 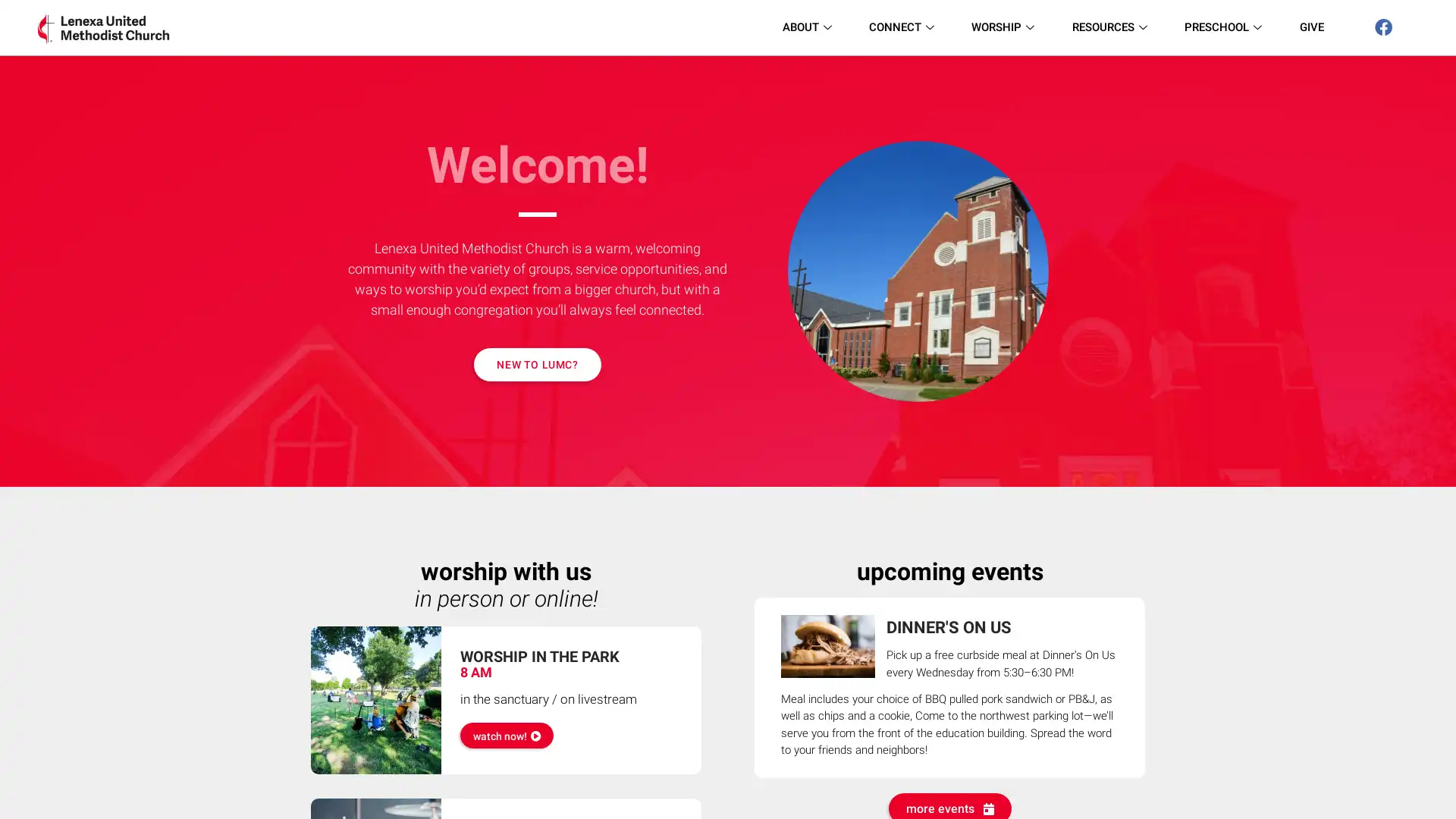 I want to click on watch now!, so click(x=506, y=733).